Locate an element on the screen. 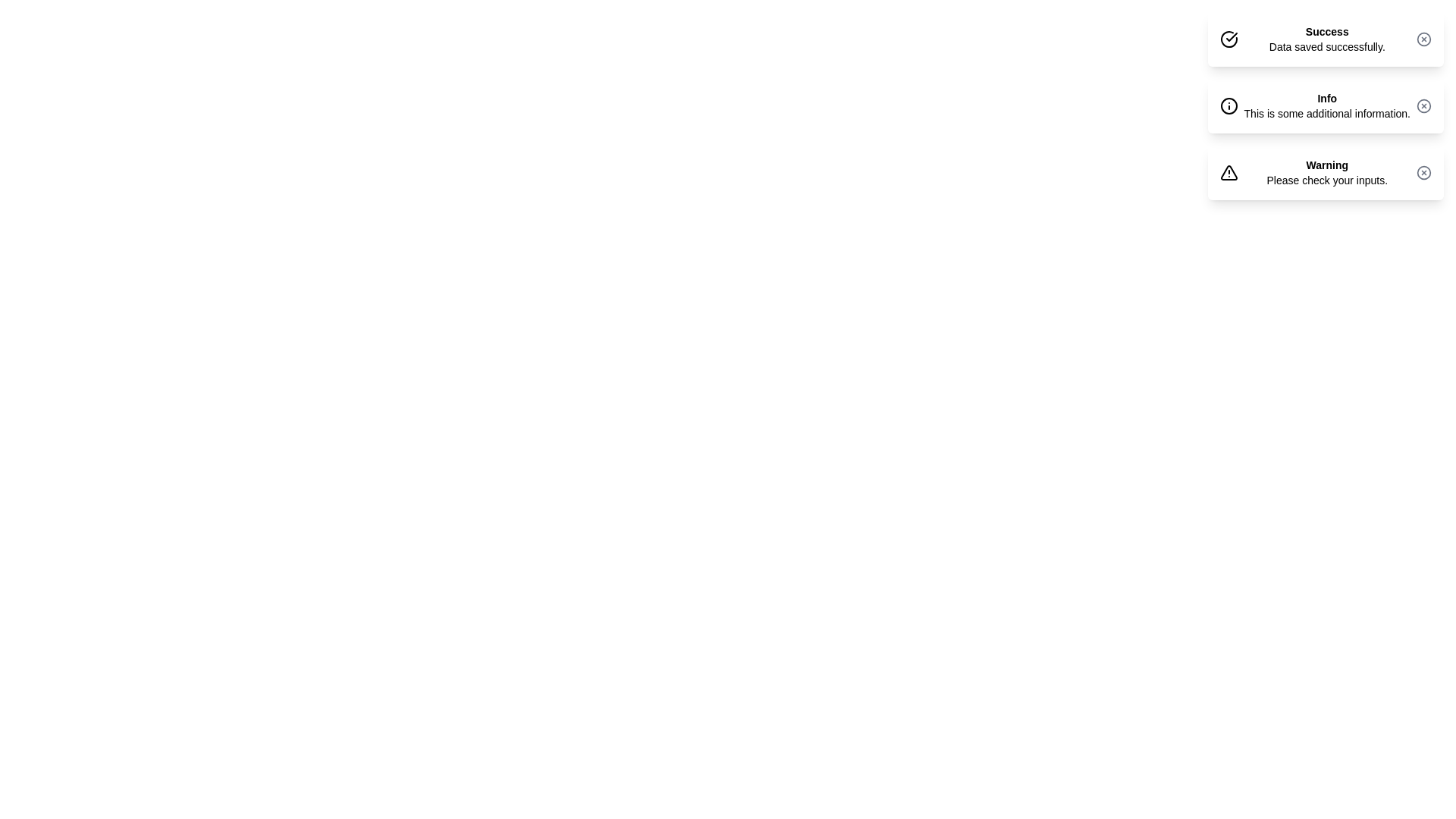 This screenshot has height=819, width=1456. the close icon in the notification box with a blue background that contains an 'i' symbol and the heading 'Info' positioned above the 'Warning' notification is located at coordinates (1325, 105).